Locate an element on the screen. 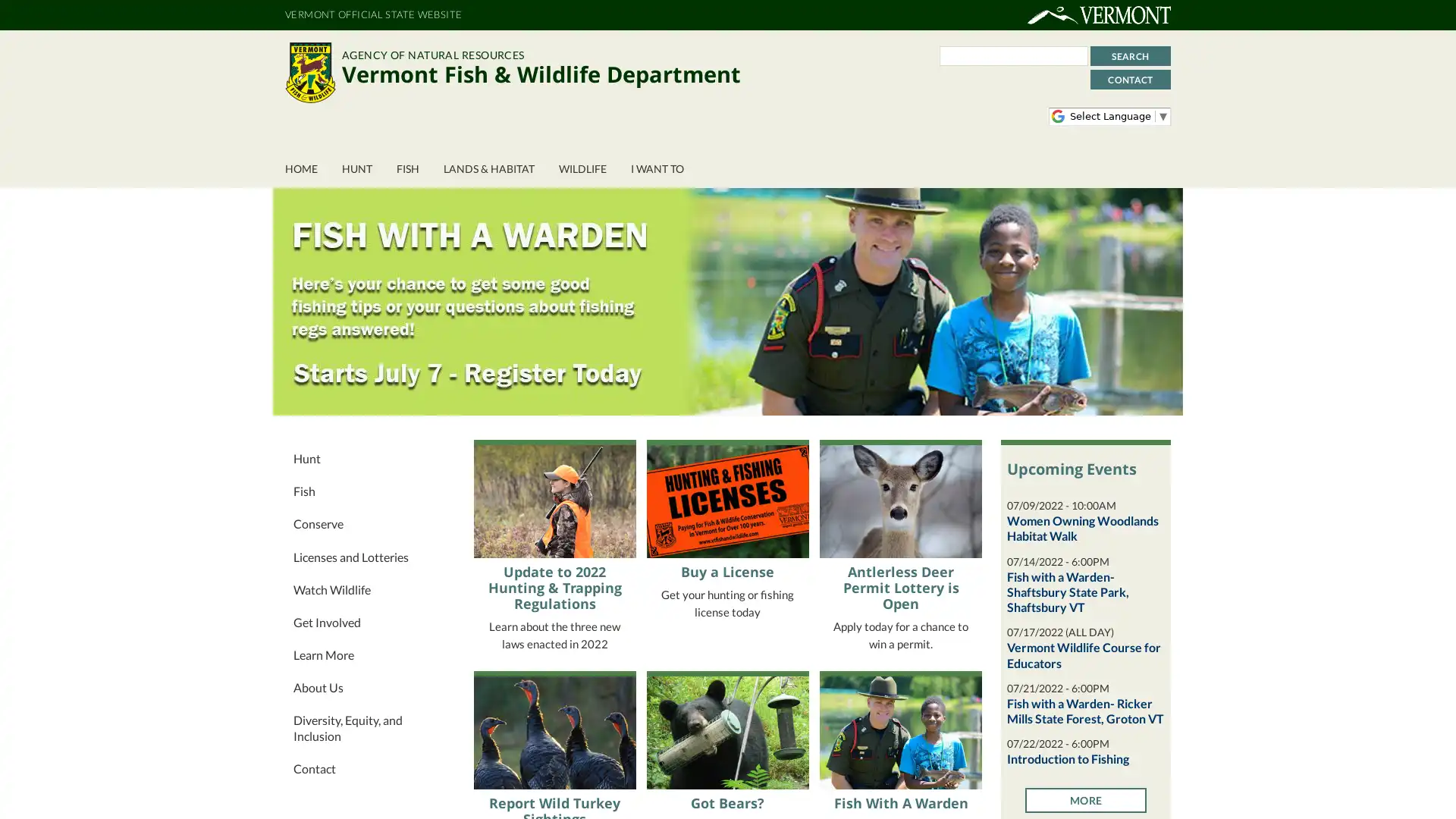 Image resolution: width=1456 pixels, height=819 pixels. Search is located at coordinates (1129, 55).